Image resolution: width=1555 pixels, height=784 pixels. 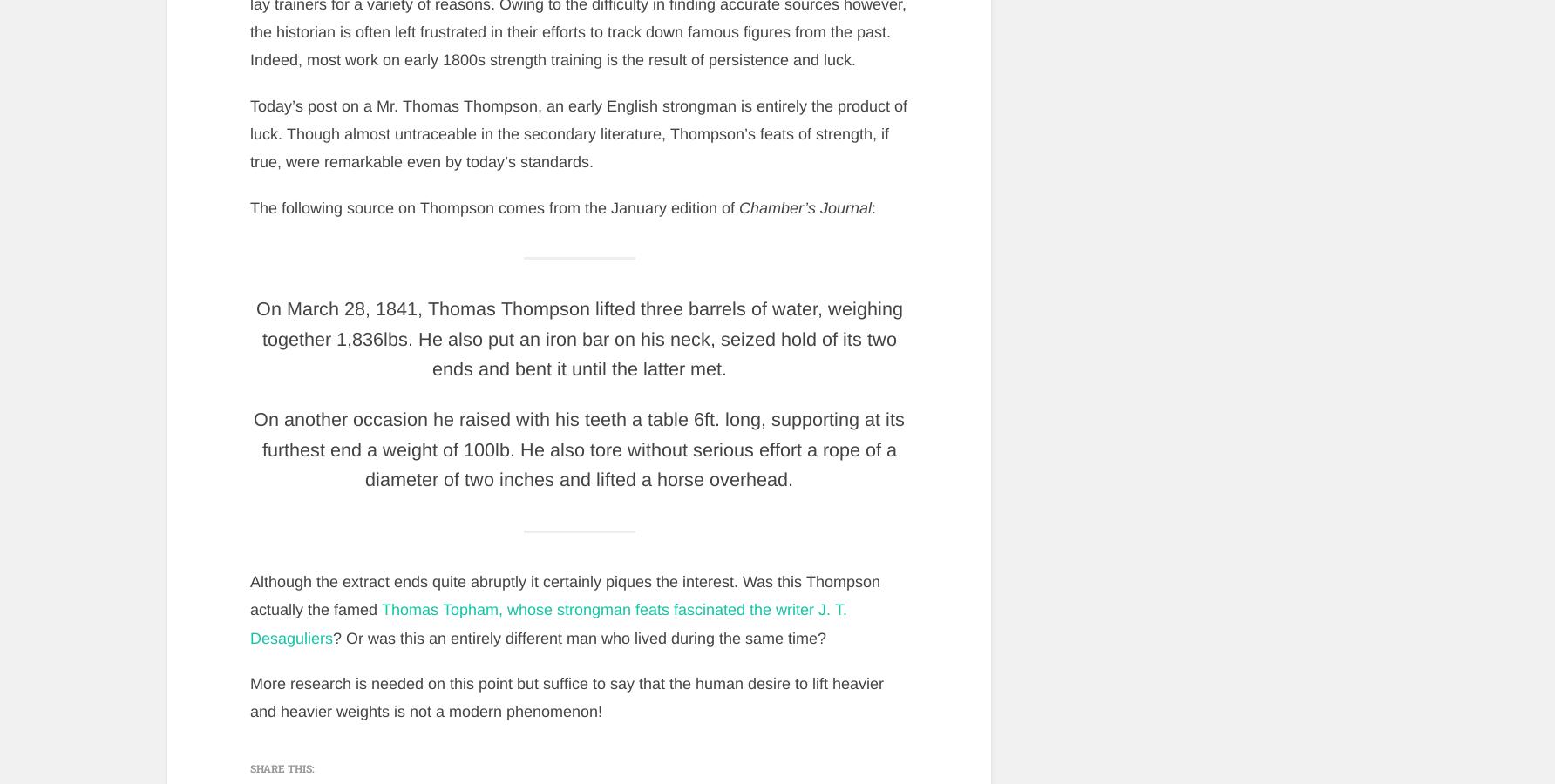 I want to click on '? Or was this an entirely different man who lived during the same time?', so click(x=578, y=636).